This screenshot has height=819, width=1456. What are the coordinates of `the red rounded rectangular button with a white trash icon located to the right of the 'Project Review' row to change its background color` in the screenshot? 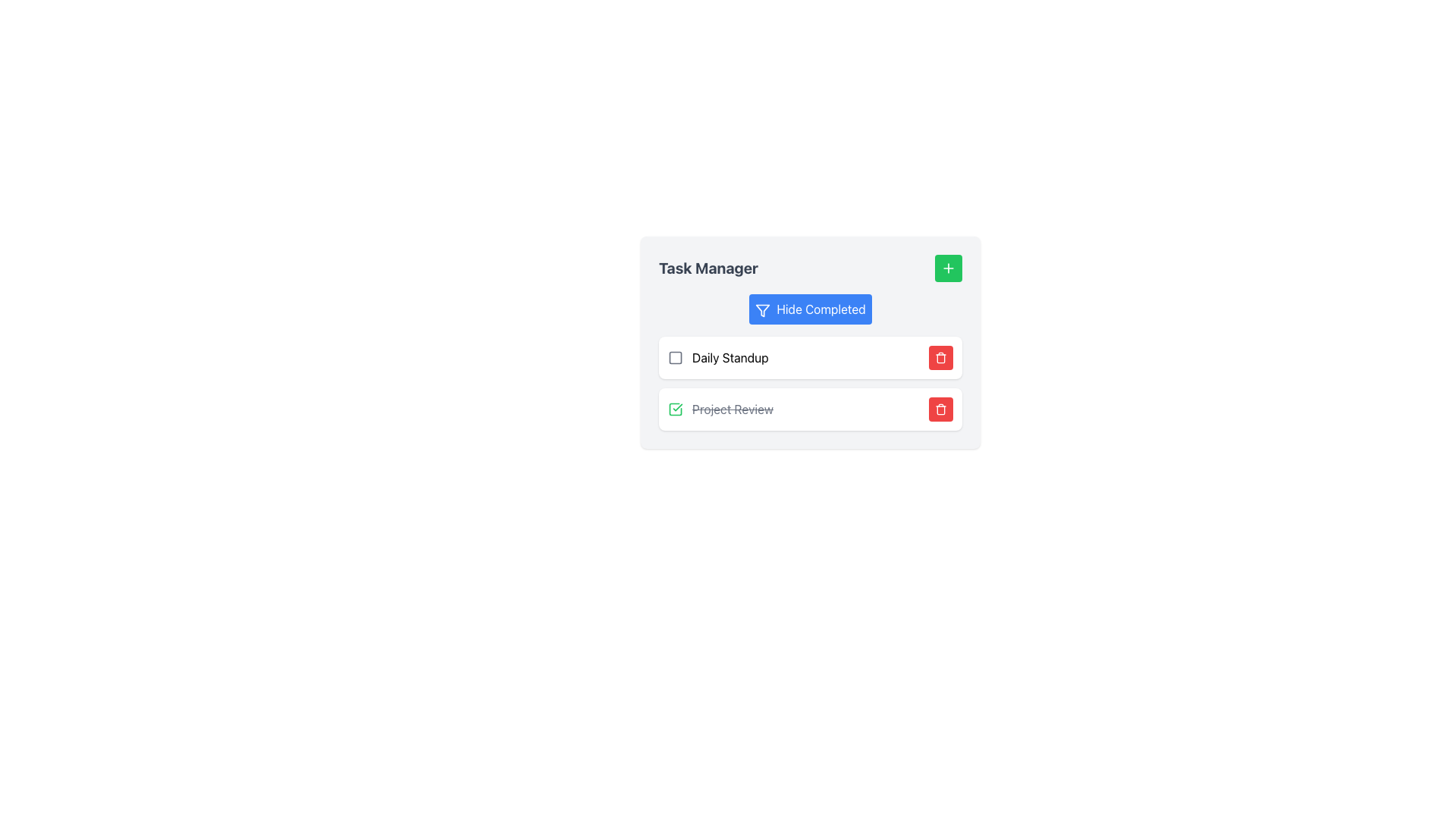 It's located at (940, 409).